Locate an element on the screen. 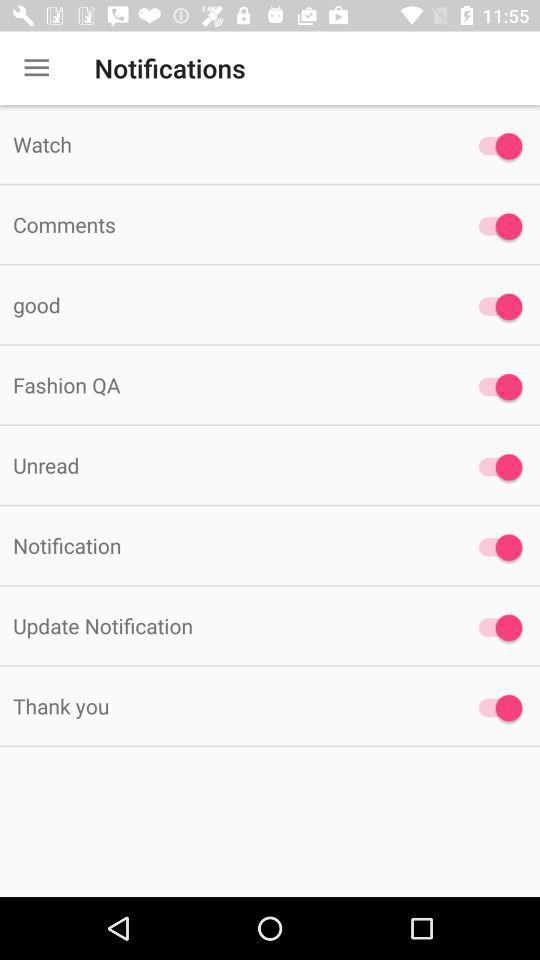  update notification item is located at coordinates (224, 624).